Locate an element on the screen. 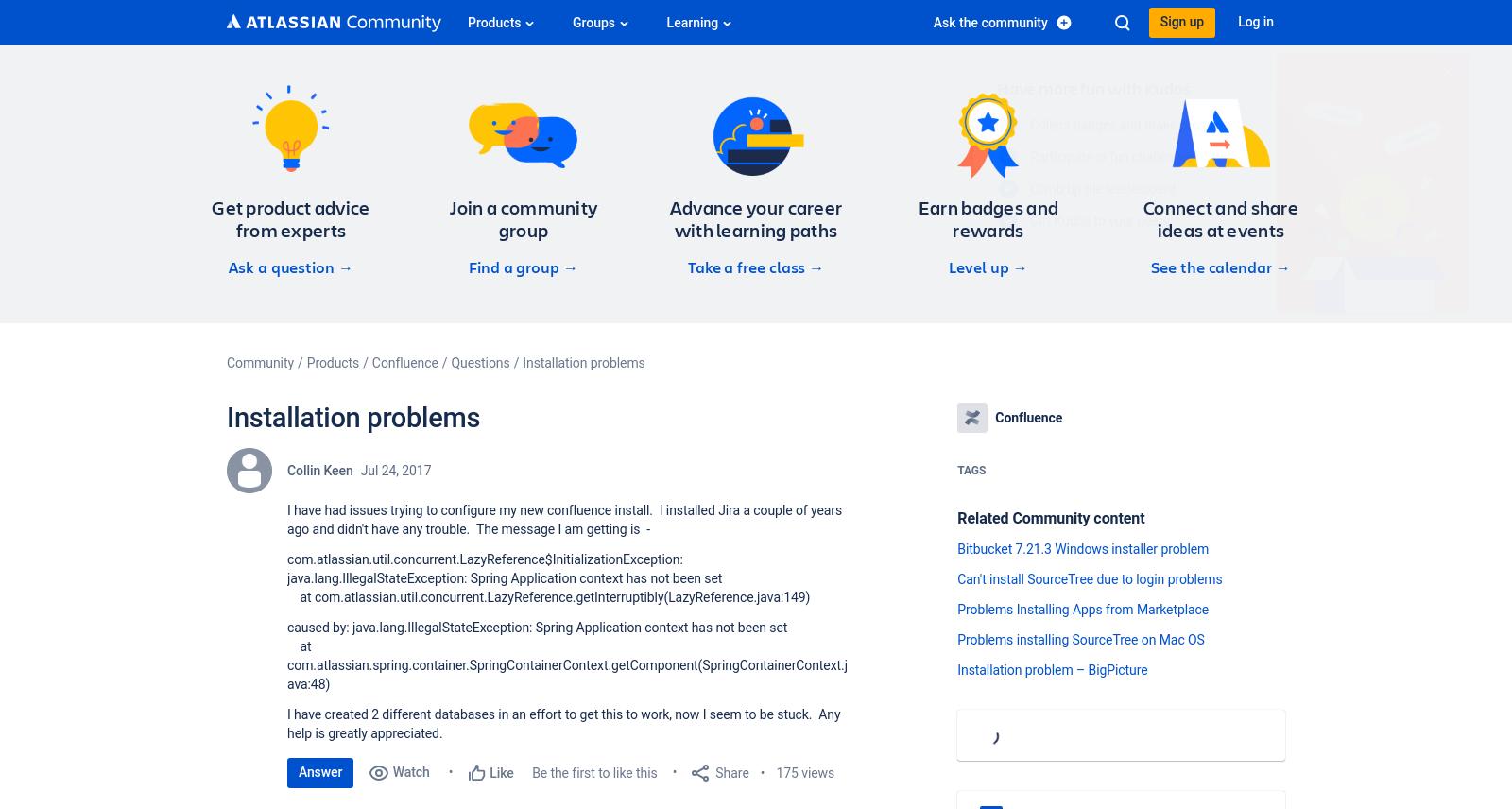 This screenshot has width=1512, height=809. 'Community' is located at coordinates (260, 363).